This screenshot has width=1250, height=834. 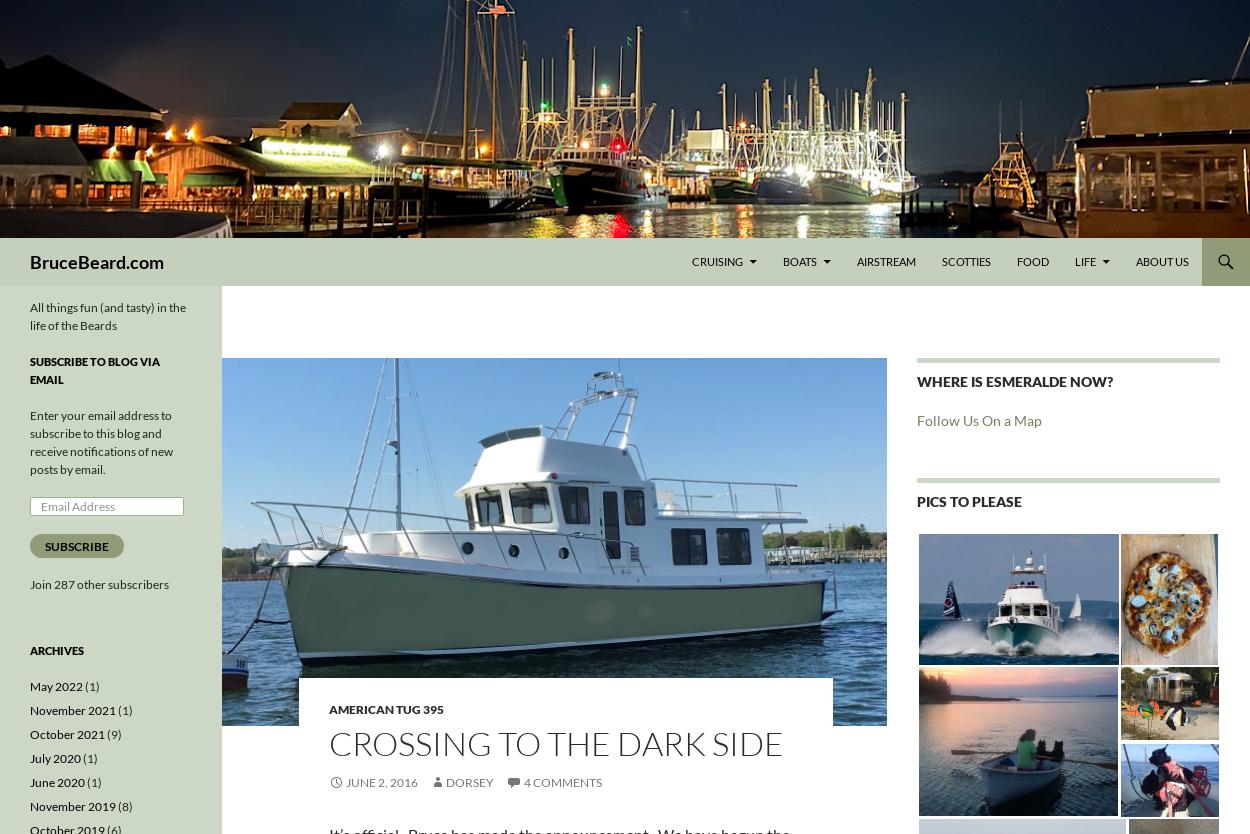 I want to click on 'Boats', so click(x=800, y=260).